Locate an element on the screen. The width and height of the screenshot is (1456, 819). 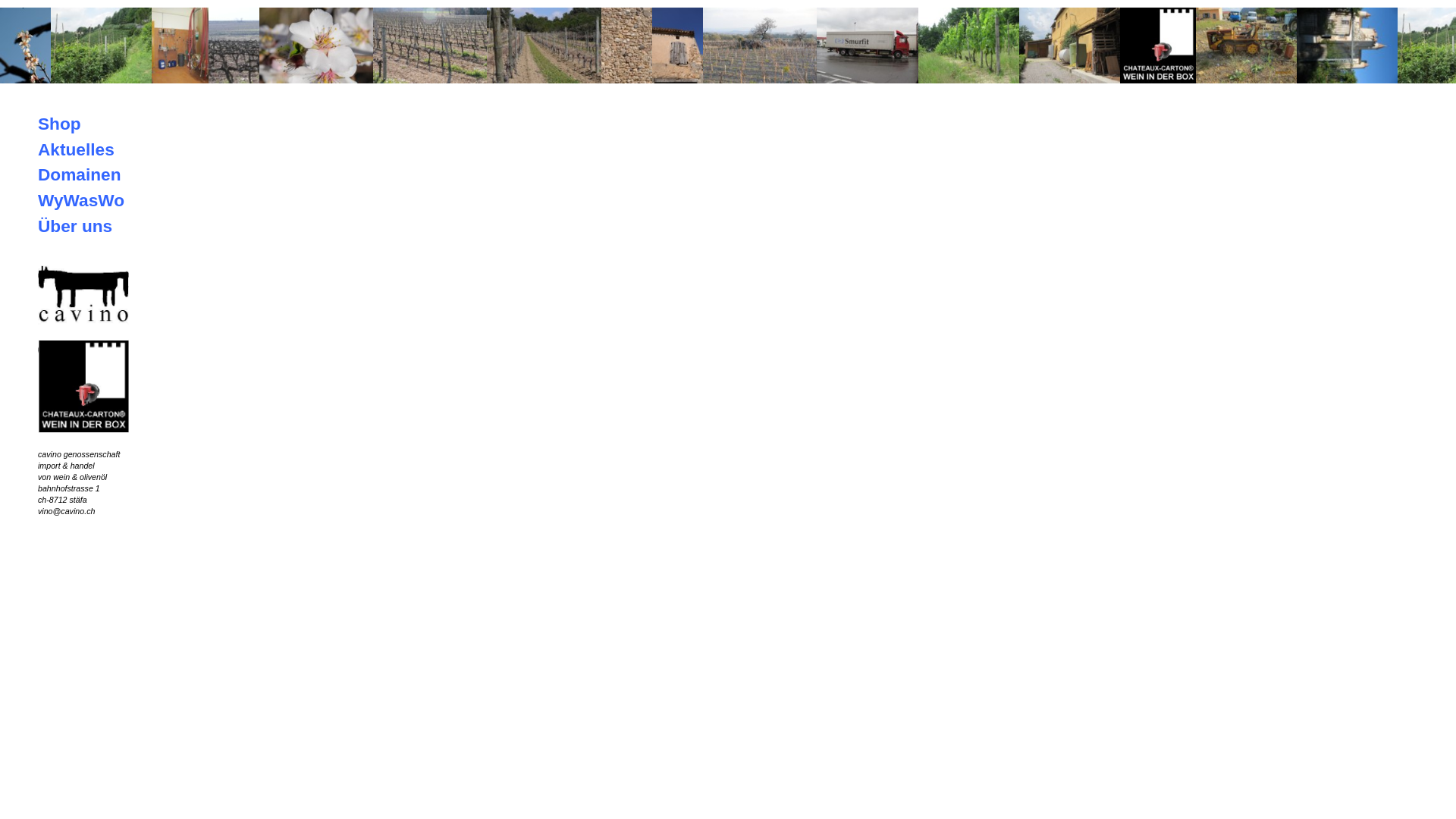
'Aktuelles' is located at coordinates (75, 149).